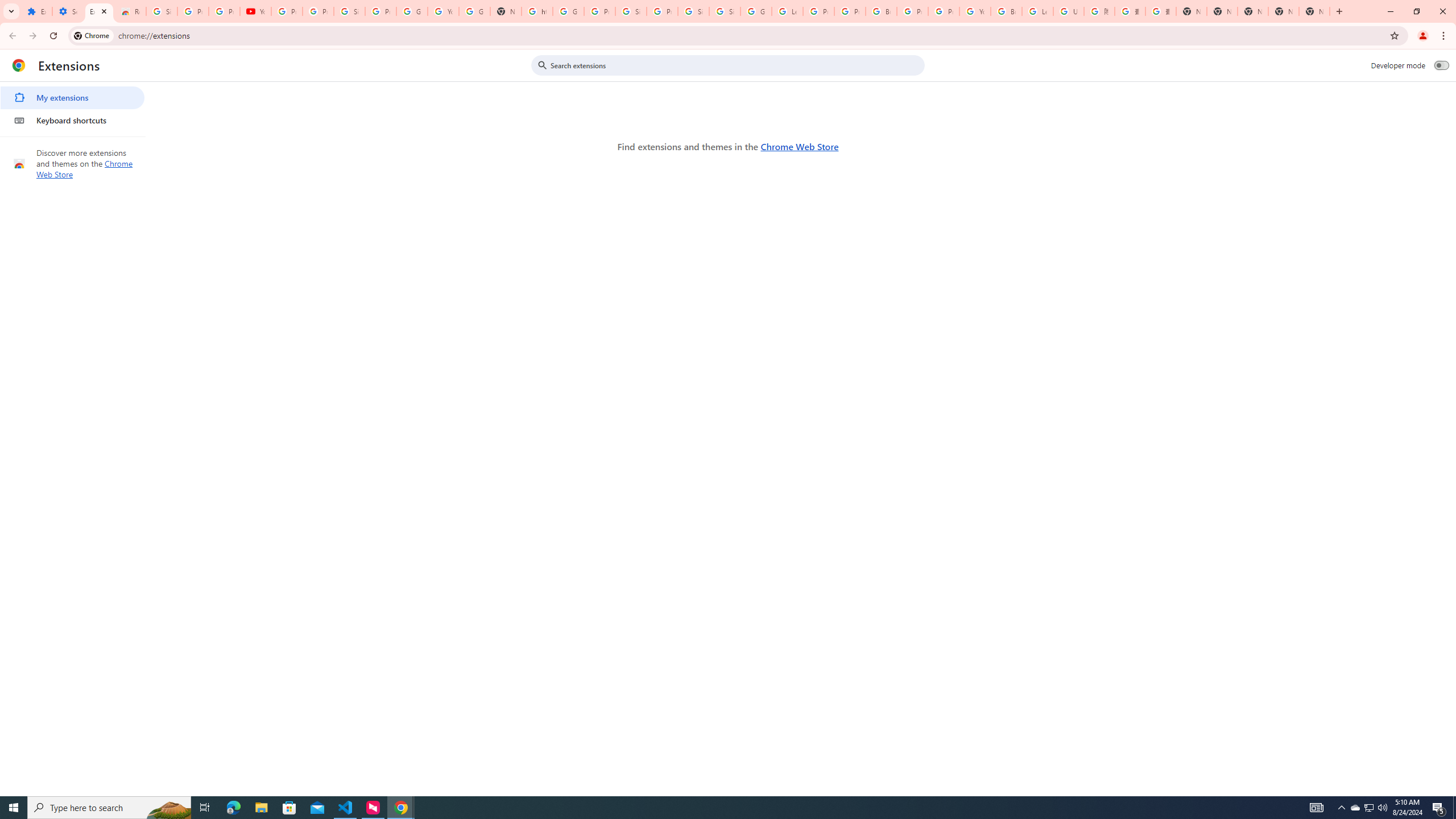  What do you see at coordinates (630, 11) in the screenshot?
I see `'Sign in - Google Accounts'` at bounding box center [630, 11].